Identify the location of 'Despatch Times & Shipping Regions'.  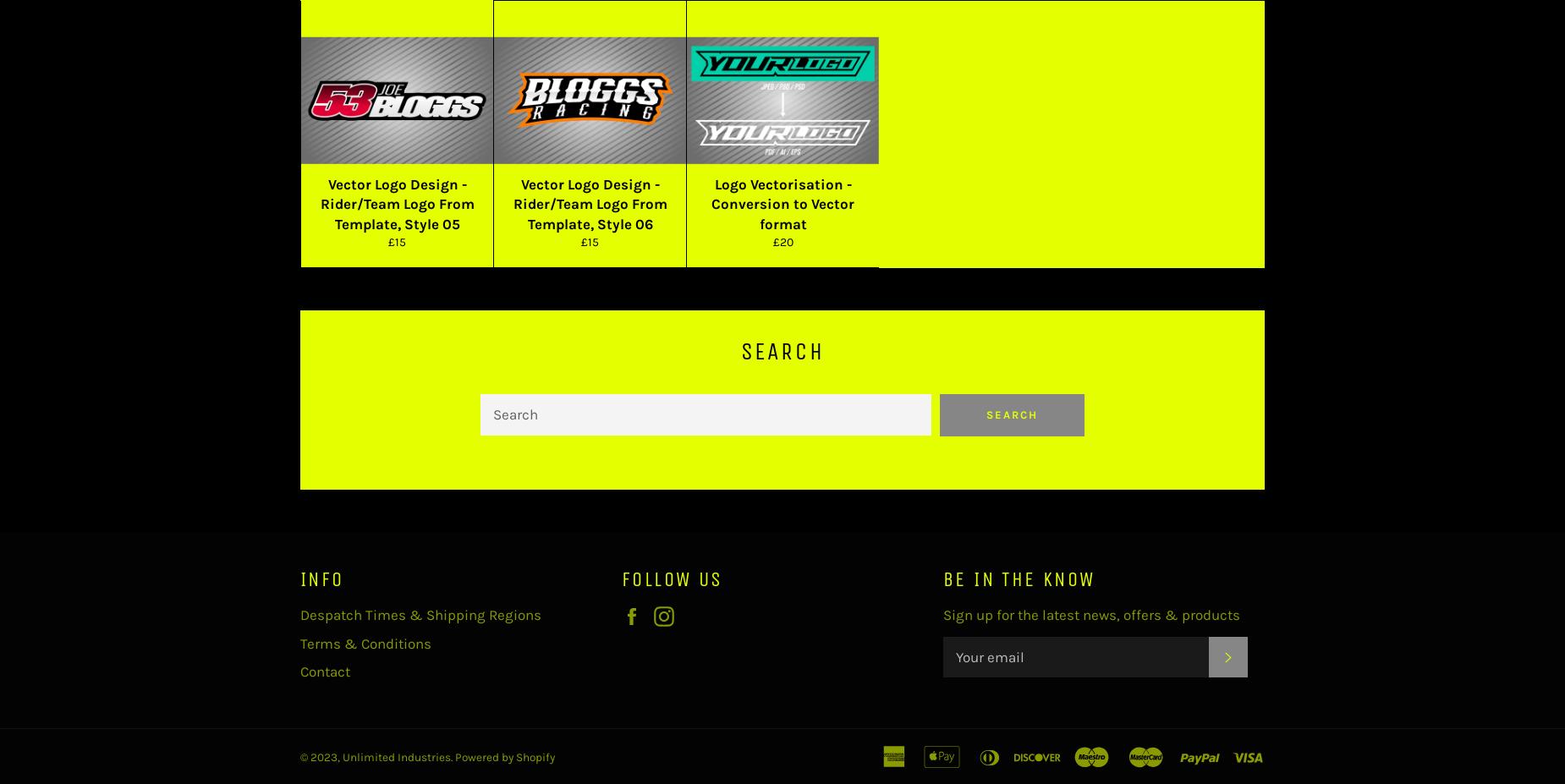
(420, 614).